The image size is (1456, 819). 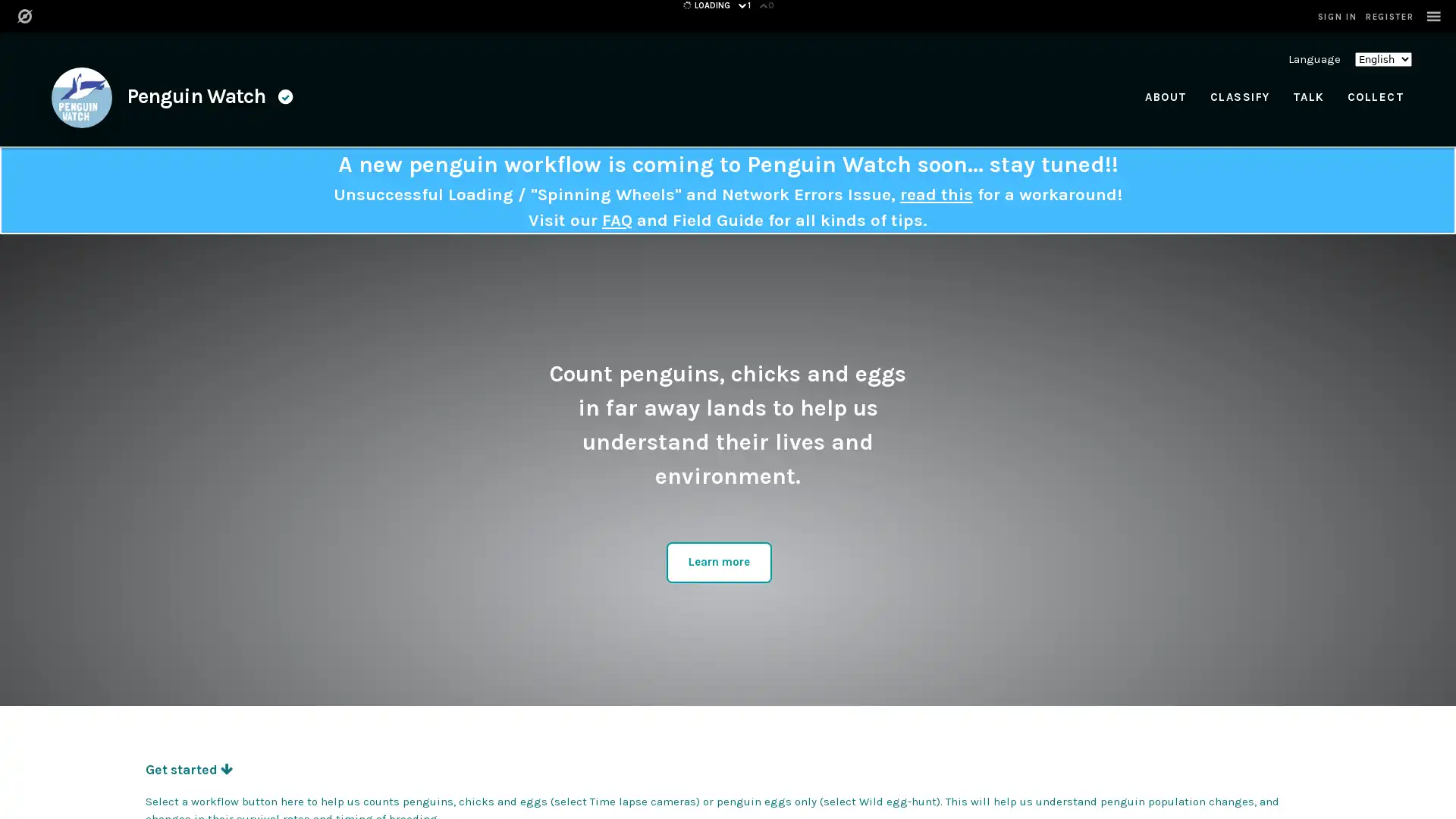 I want to click on SIGN IN, so click(x=1362, y=17).